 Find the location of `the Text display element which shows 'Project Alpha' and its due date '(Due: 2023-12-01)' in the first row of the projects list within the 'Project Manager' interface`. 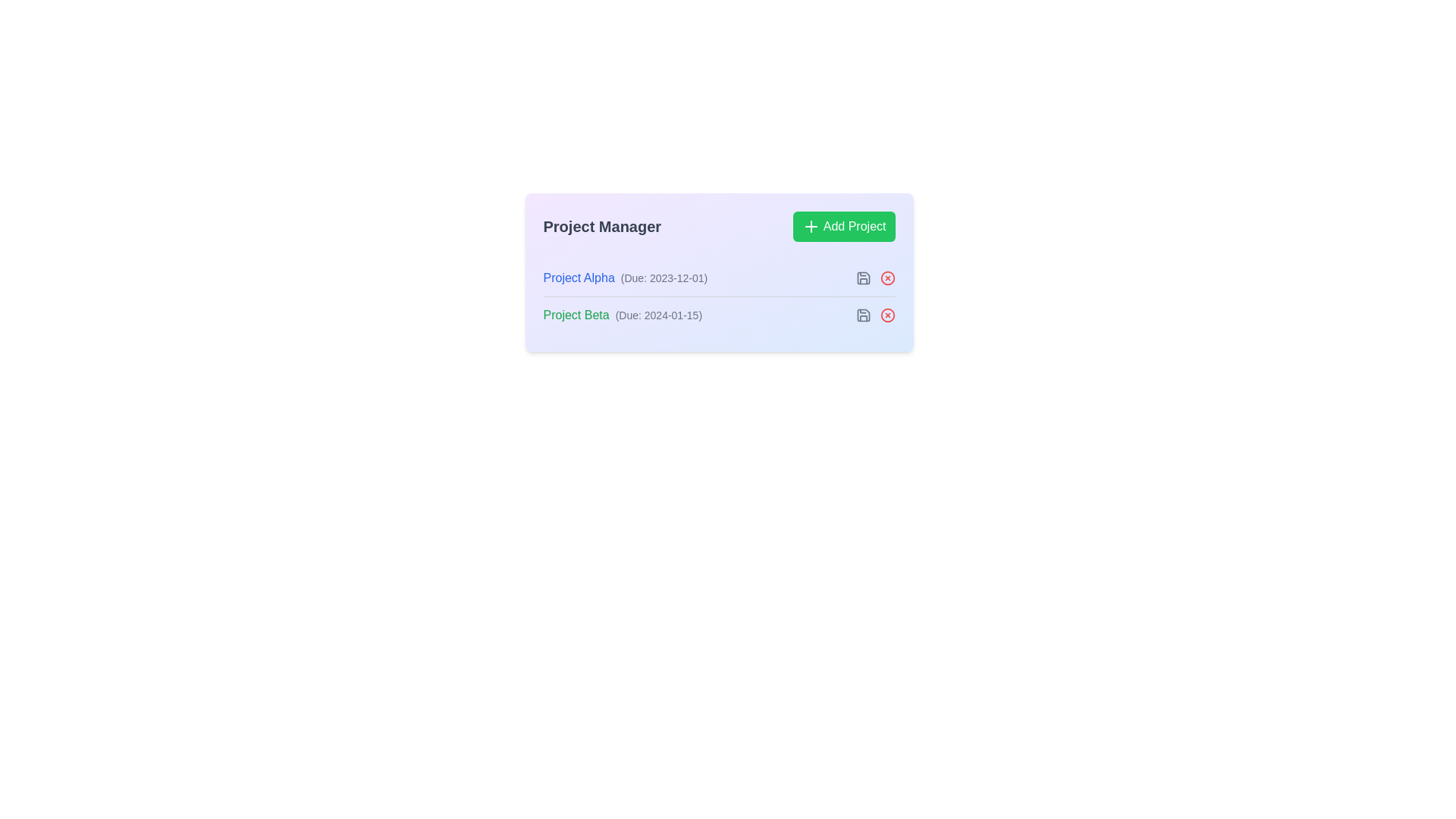

the Text display element which shows 'Project Alpha' and its due date '(Due: 2023-12-01)' in the first row of the projects list within the 'Project Manager' interface is located at coordinates (625, 278).